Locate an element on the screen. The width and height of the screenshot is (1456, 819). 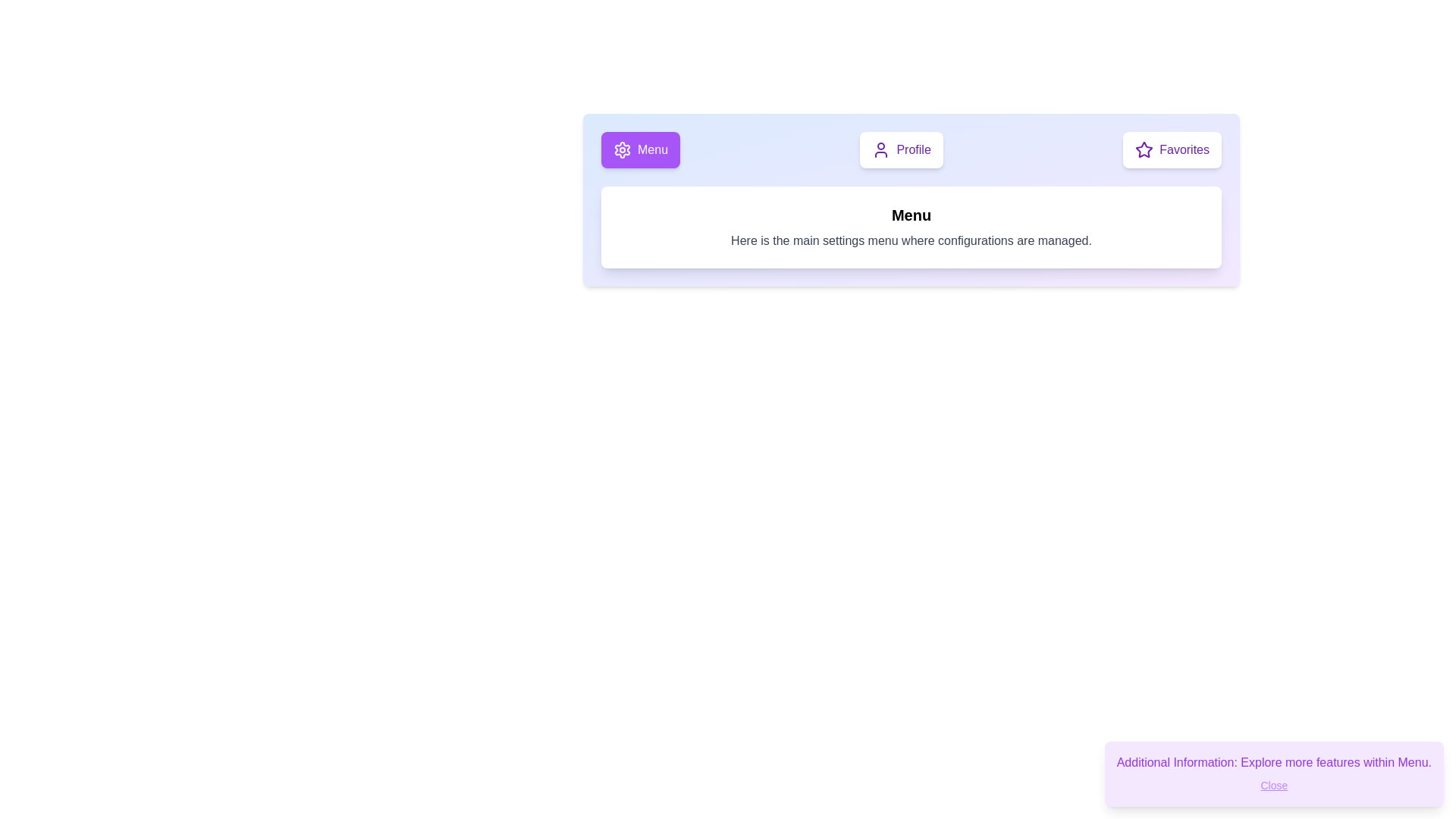
the 'Favorites' icon located at the top-right corner of the interface is located at coordinates (1144, 149).